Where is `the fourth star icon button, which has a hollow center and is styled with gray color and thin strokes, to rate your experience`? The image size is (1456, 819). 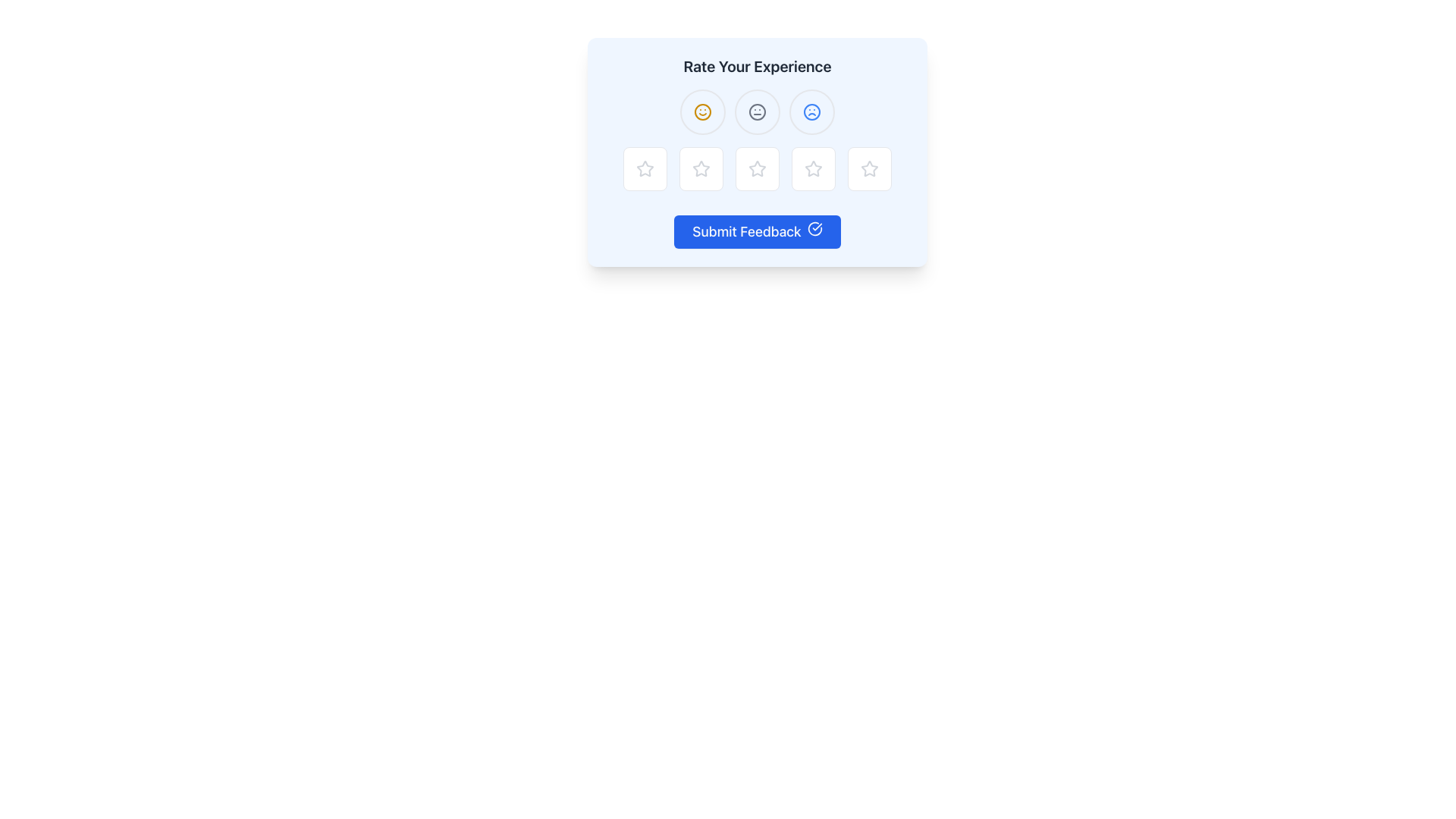 the fourth star icon button, which has a hollow center and is styled with gray color and thin strokes, to rate your experience is located at coordinates (813, 169).